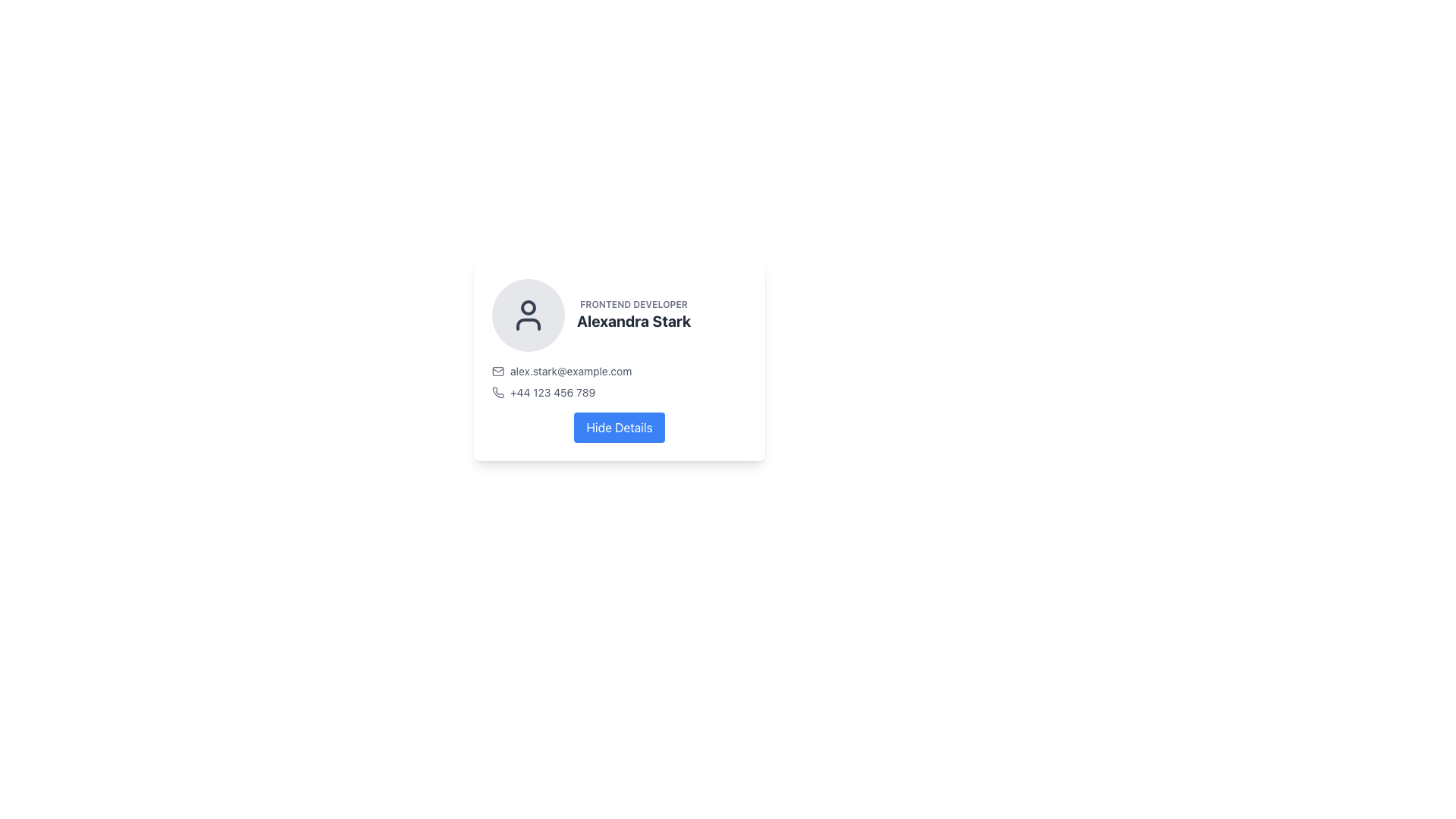  Describe the element at coordinates (528, 307) in the screenshot. I see `the circular graphical component that depicts the head in the user profile icon located in the left section of the user card interface` at that location.